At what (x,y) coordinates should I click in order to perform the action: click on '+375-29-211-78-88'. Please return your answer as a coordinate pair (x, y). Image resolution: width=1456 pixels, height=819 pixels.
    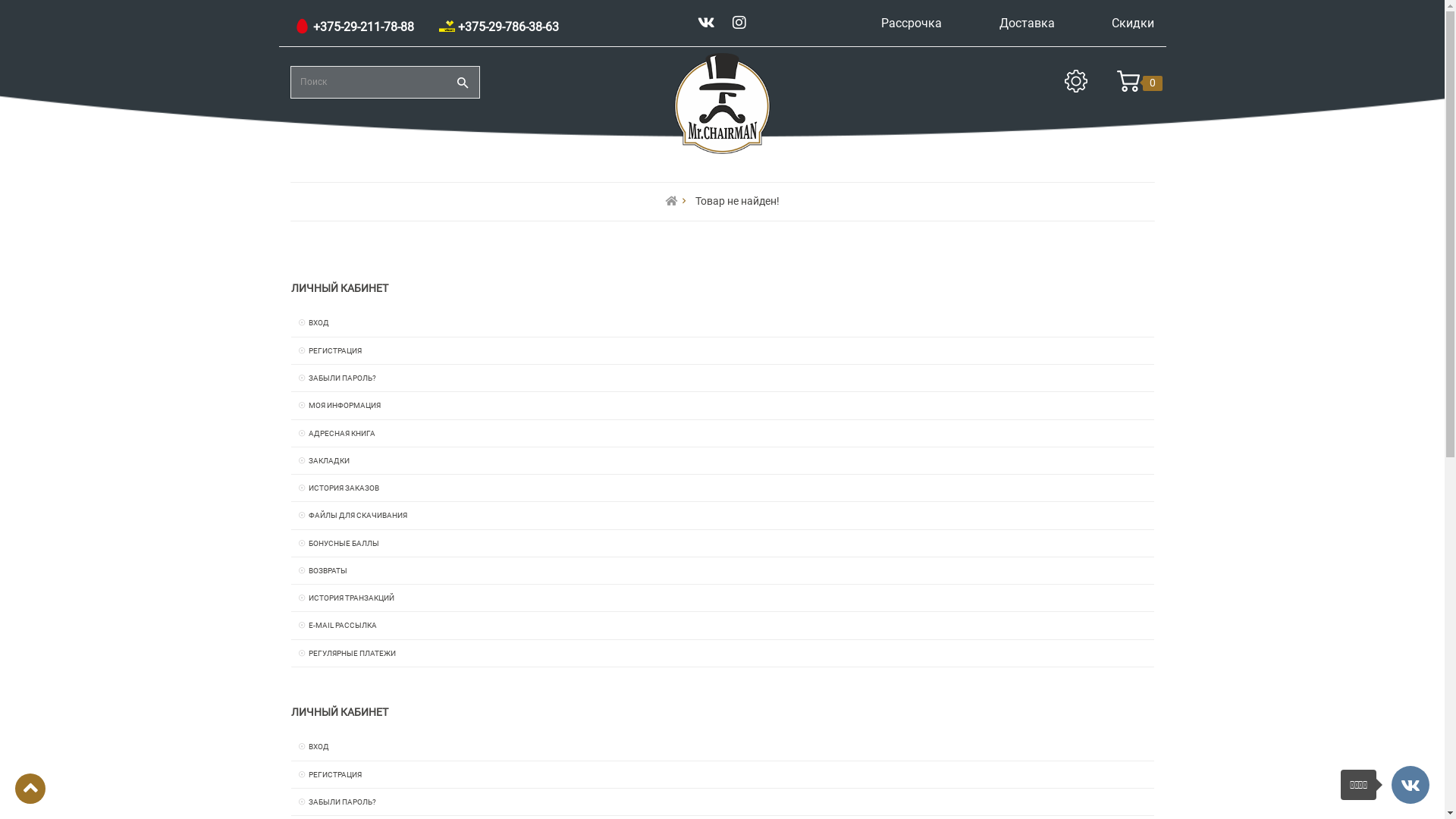
    Looking at the image, I should click on (353, 27).